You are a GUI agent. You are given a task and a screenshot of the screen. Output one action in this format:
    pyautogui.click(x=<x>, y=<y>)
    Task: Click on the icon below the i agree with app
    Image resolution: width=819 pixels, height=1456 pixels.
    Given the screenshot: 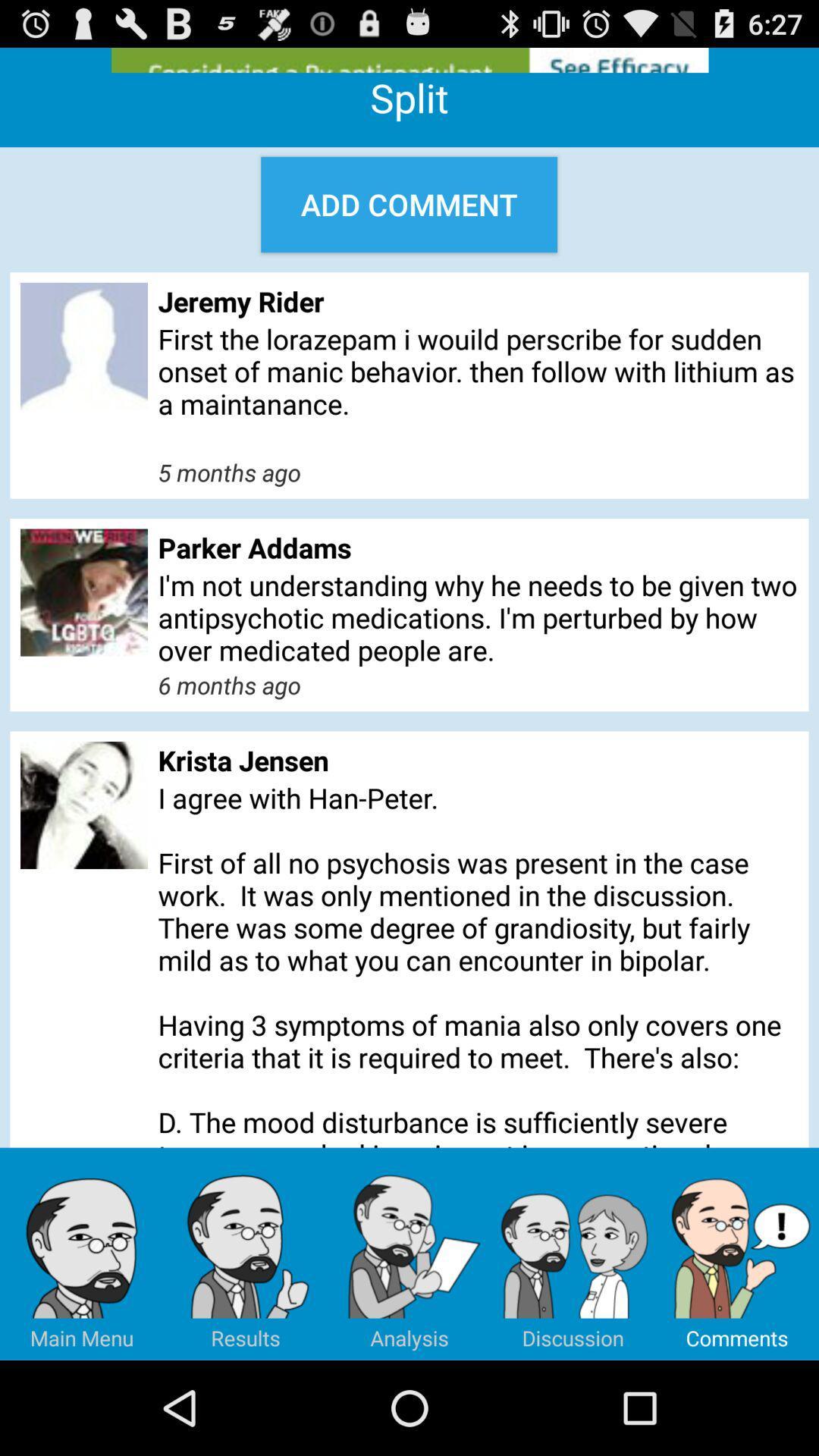 What is the action you would take?
    pyautogui.click(x=245, y=1254)
    